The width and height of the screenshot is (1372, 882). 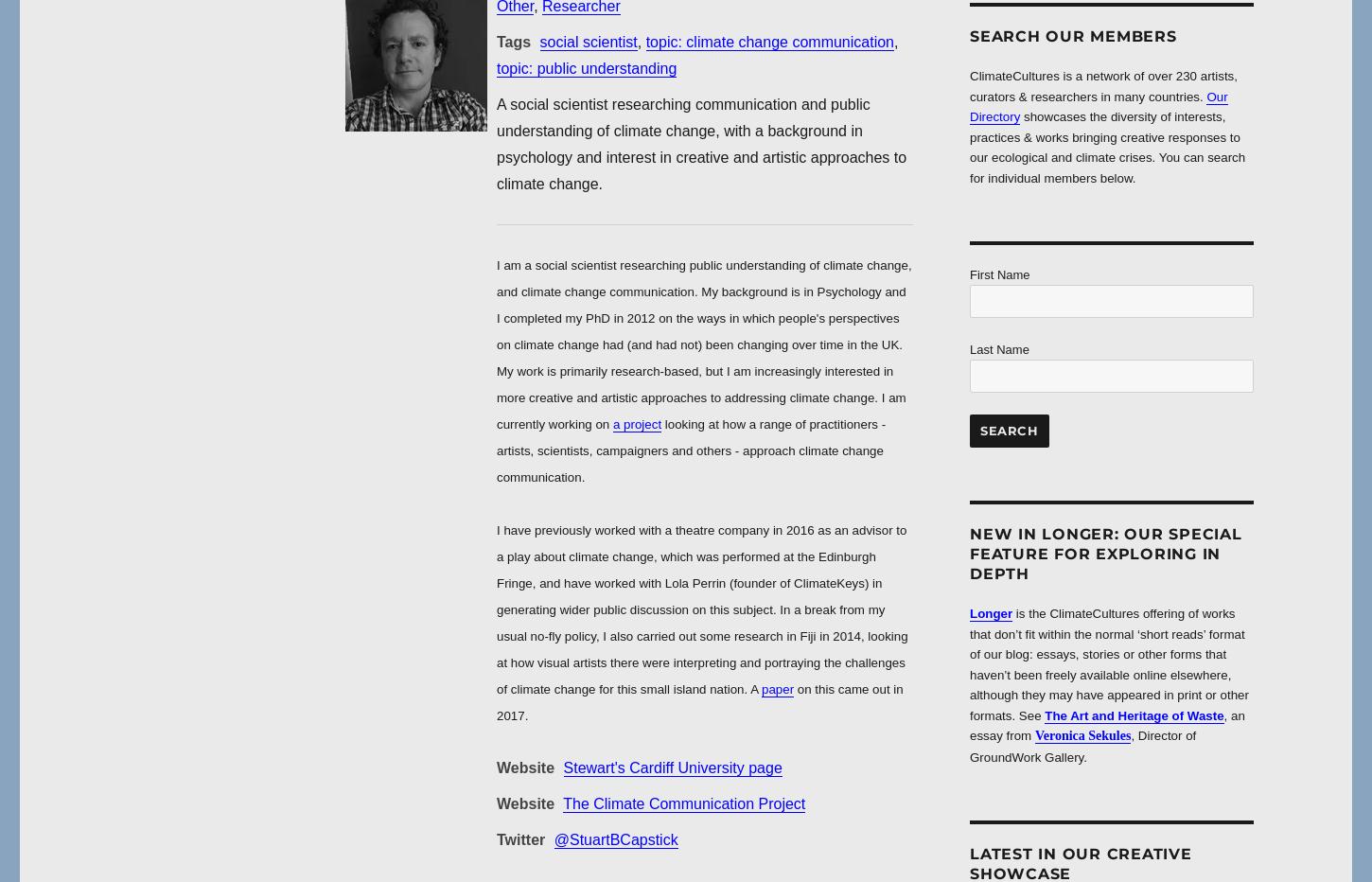 What do you see at coordinates (1106, 725) in the screenshot?
I see `', an essay from'` at bounding box center [1106, 725].